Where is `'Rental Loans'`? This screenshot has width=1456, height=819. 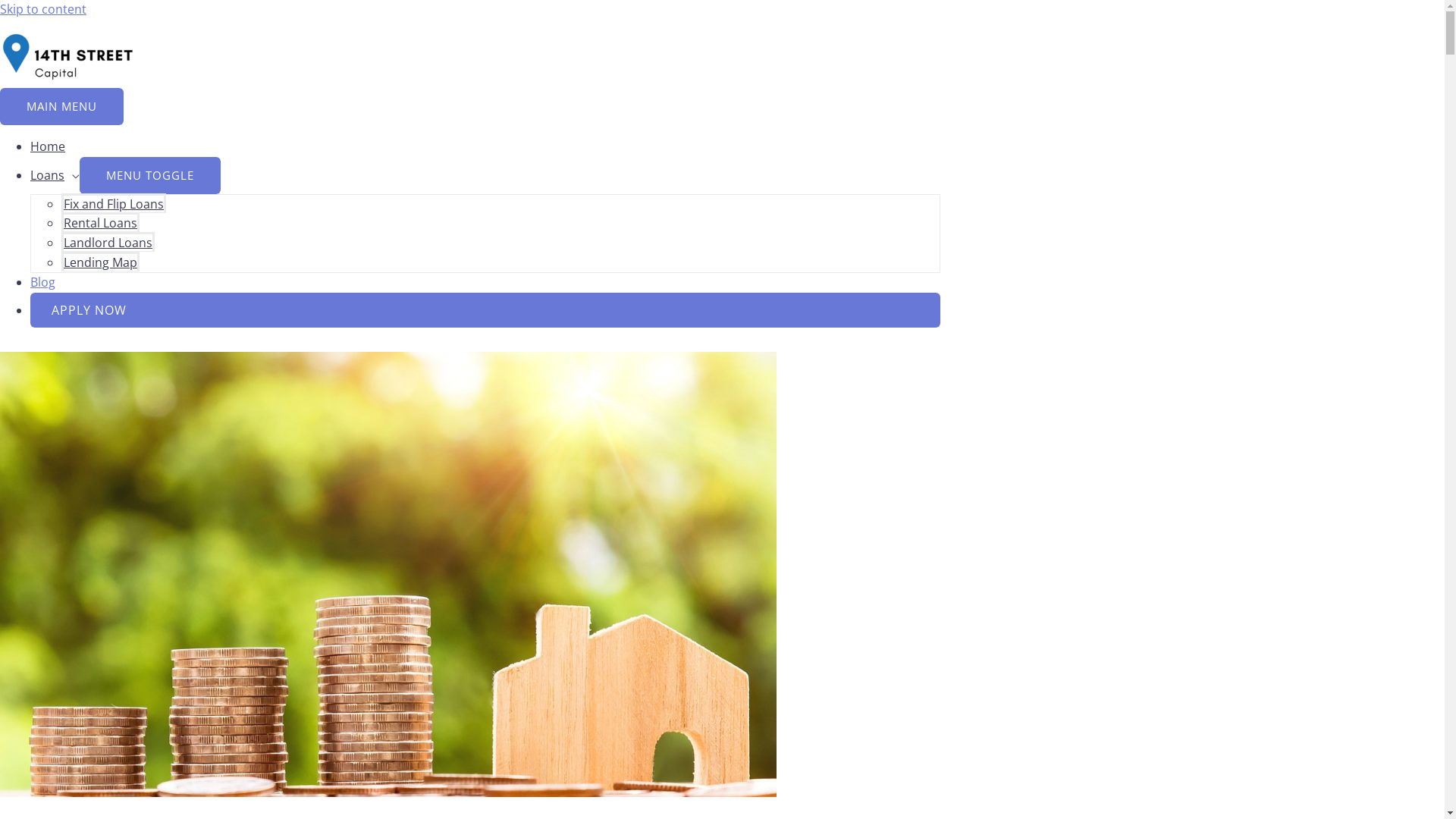 'Rental Loans' is located at coordinates (99, 222).